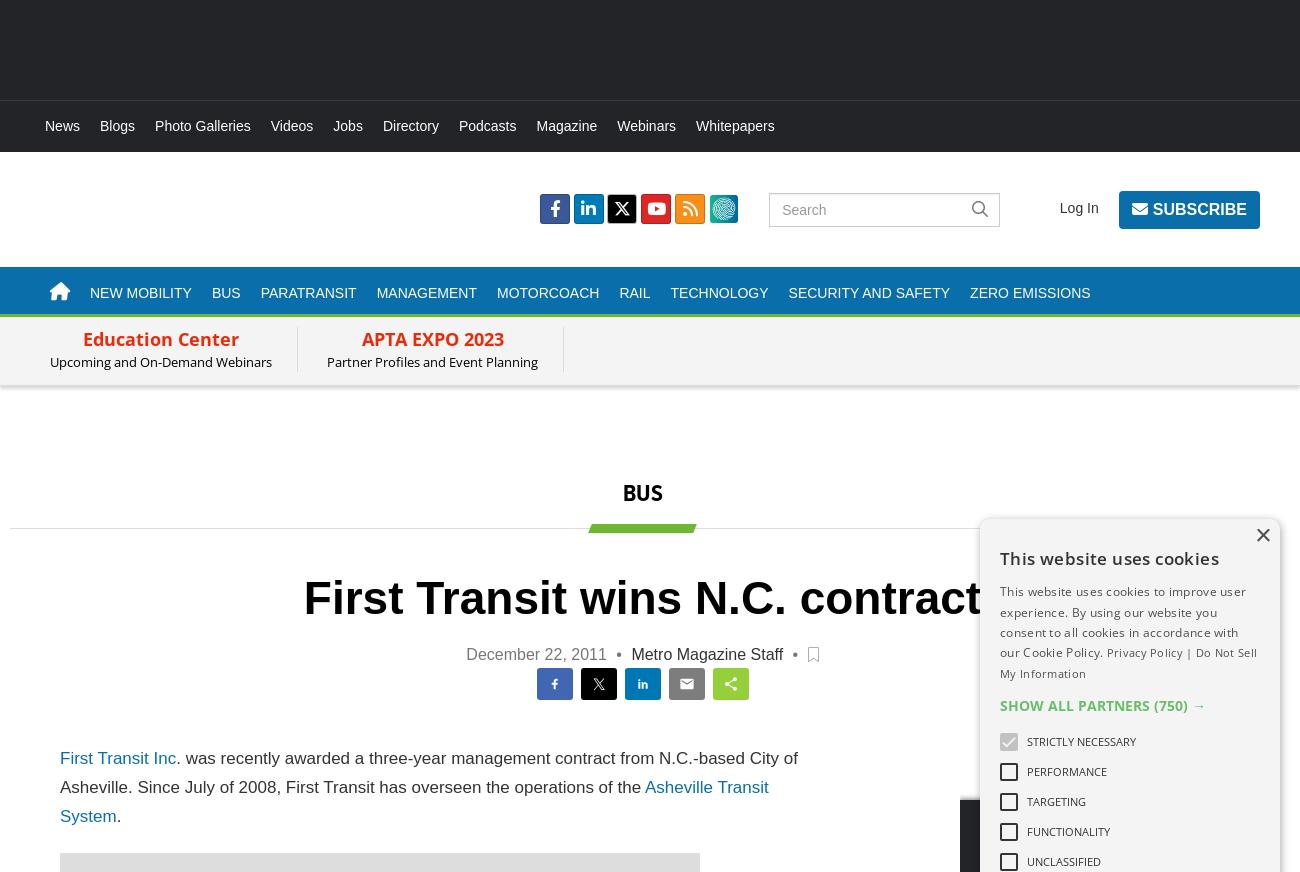 The height and width of the screenshot is (872, 1300). Describe the element at coordinates (431, 339) in the screenshot. I see `'APTA EXPO 2023'` at that location.